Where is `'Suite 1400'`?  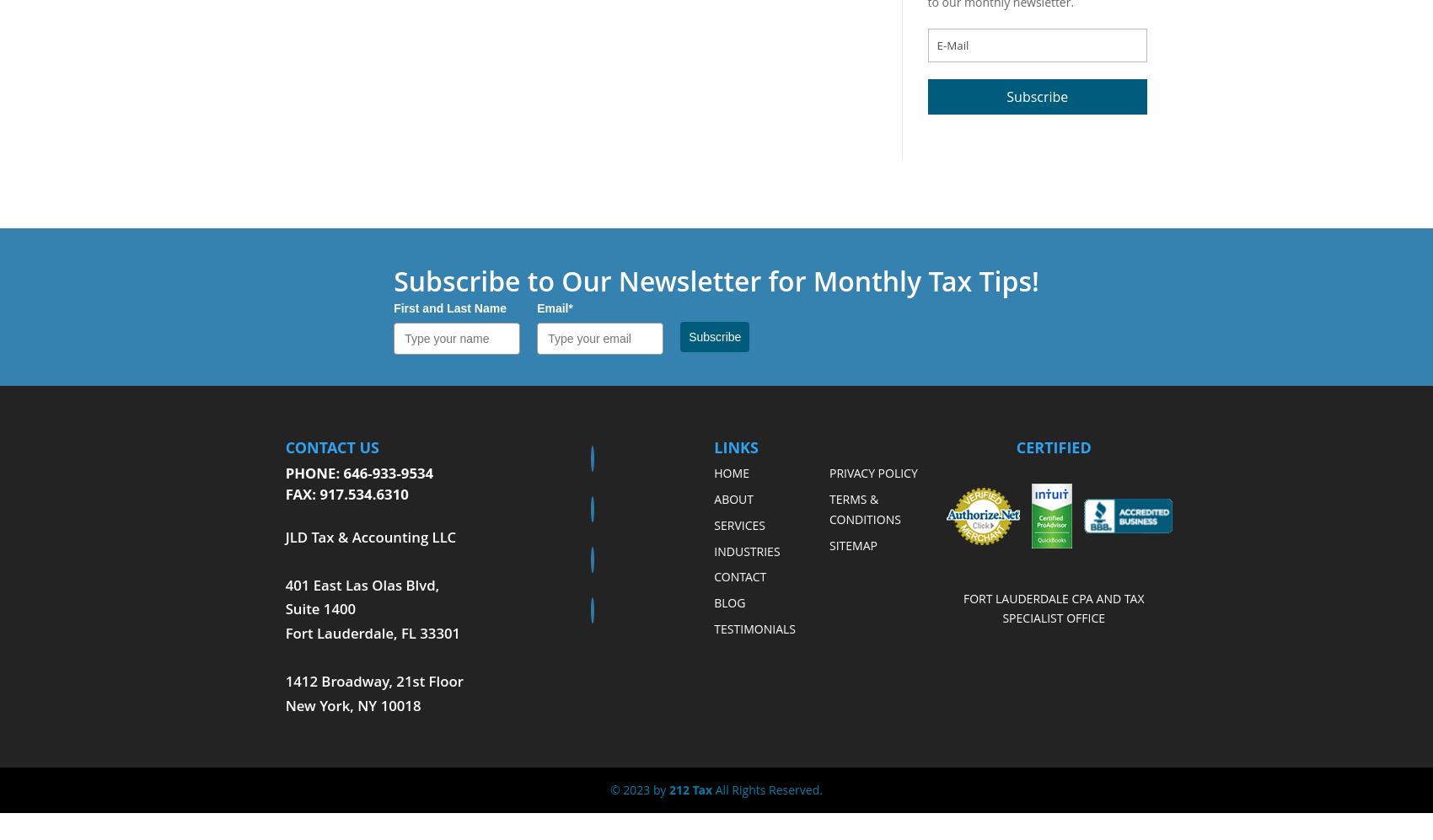 'Suite 1400' is located at coordinates (319, 607).